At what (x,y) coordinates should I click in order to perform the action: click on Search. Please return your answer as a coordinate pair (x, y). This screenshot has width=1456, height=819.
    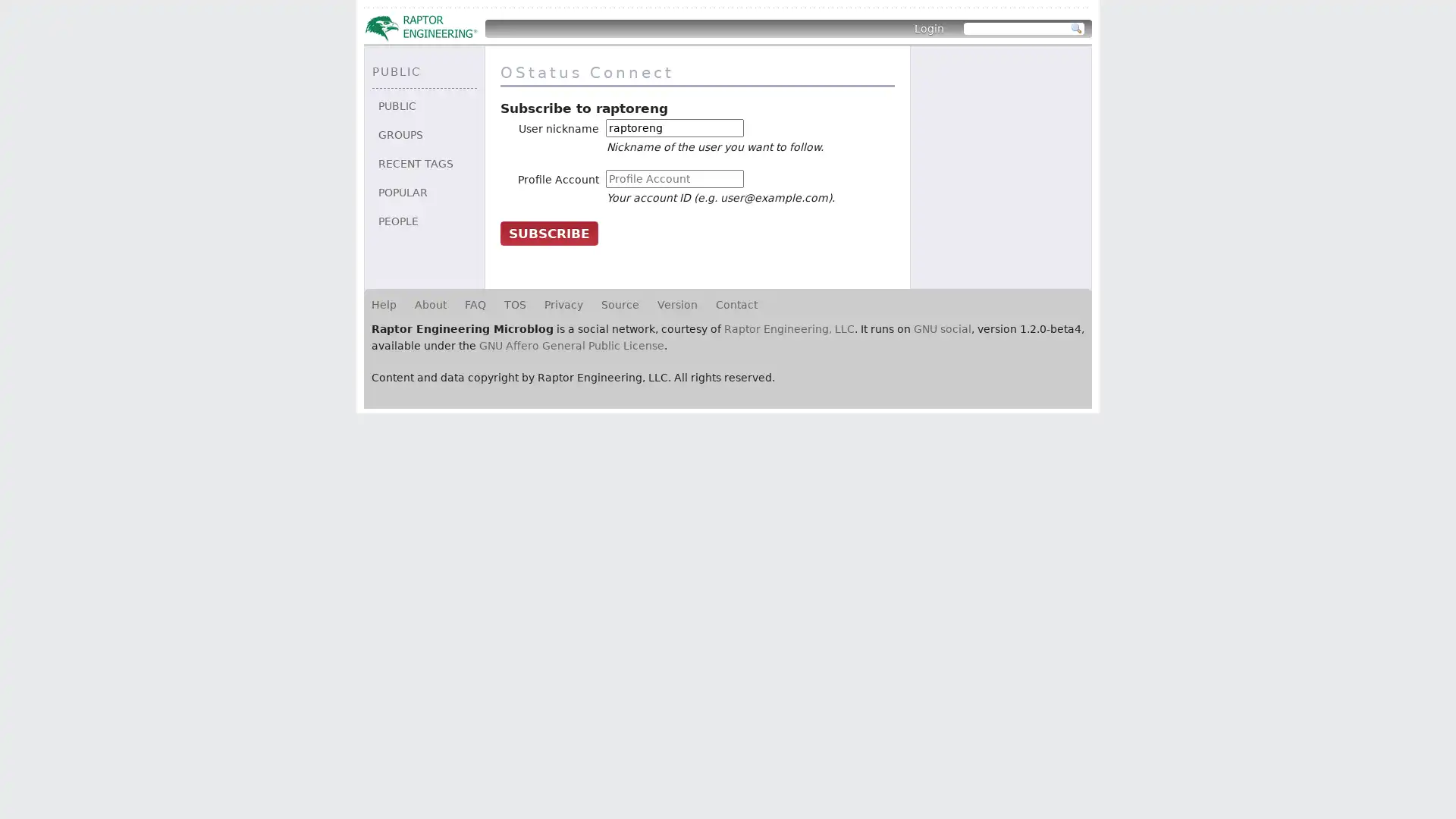
    Looking at the image, I should click on (1076, 29).